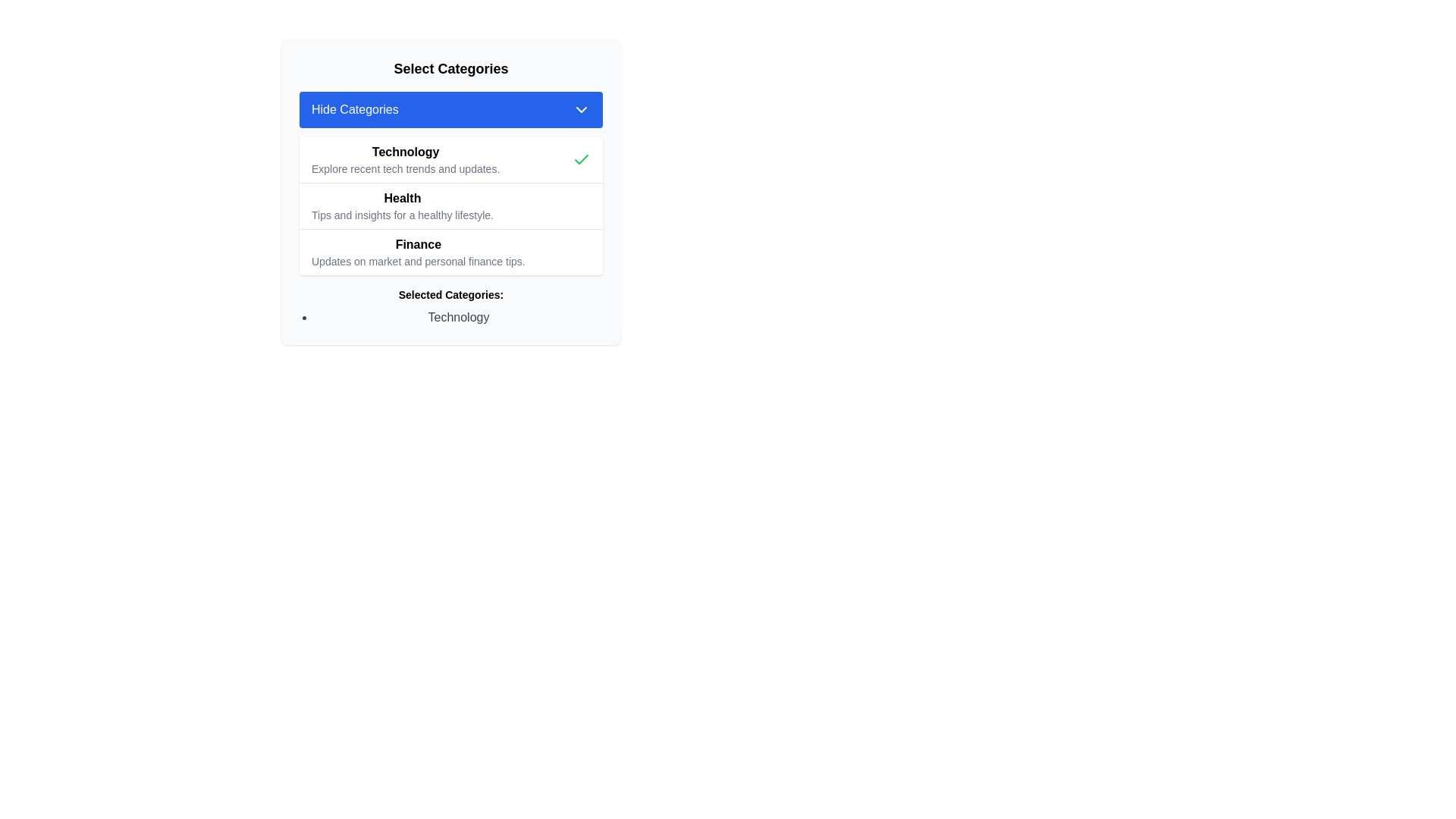 The height and width of the screenshot is (819, 1456). I want to click on the informational text element about the 'Technology' category, located below the 'Hide Categories' header and above the 'Health' section, so click(406, 160).